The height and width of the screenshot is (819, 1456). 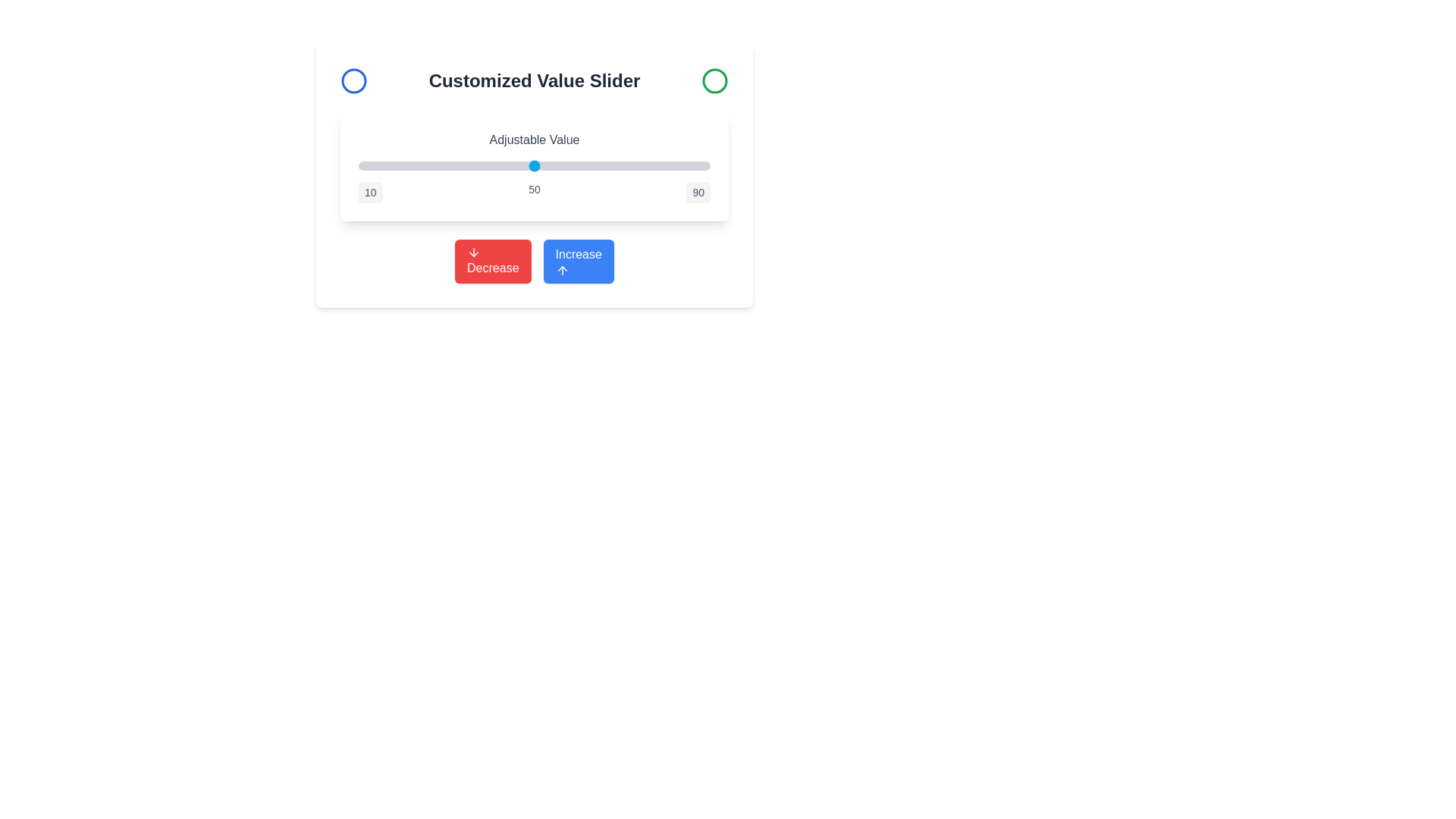 What do you see at coordinates (535, 167) in the screenshot?
I see `the blue circle of the Value Slider Component` at bounding box center [535, 167].